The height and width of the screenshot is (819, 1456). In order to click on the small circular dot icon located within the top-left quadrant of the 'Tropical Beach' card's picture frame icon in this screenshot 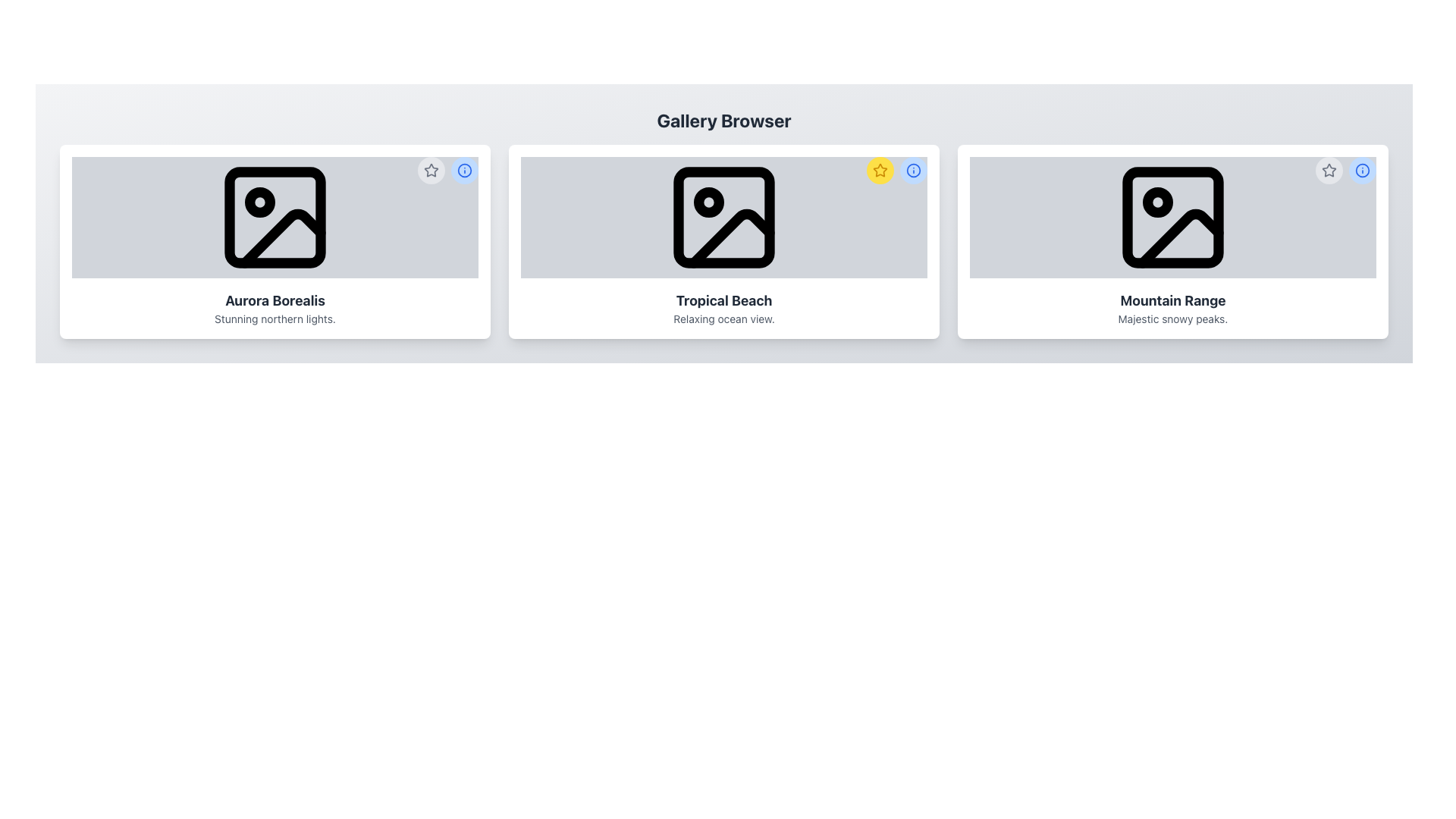, I will do `click(708, 201)`.